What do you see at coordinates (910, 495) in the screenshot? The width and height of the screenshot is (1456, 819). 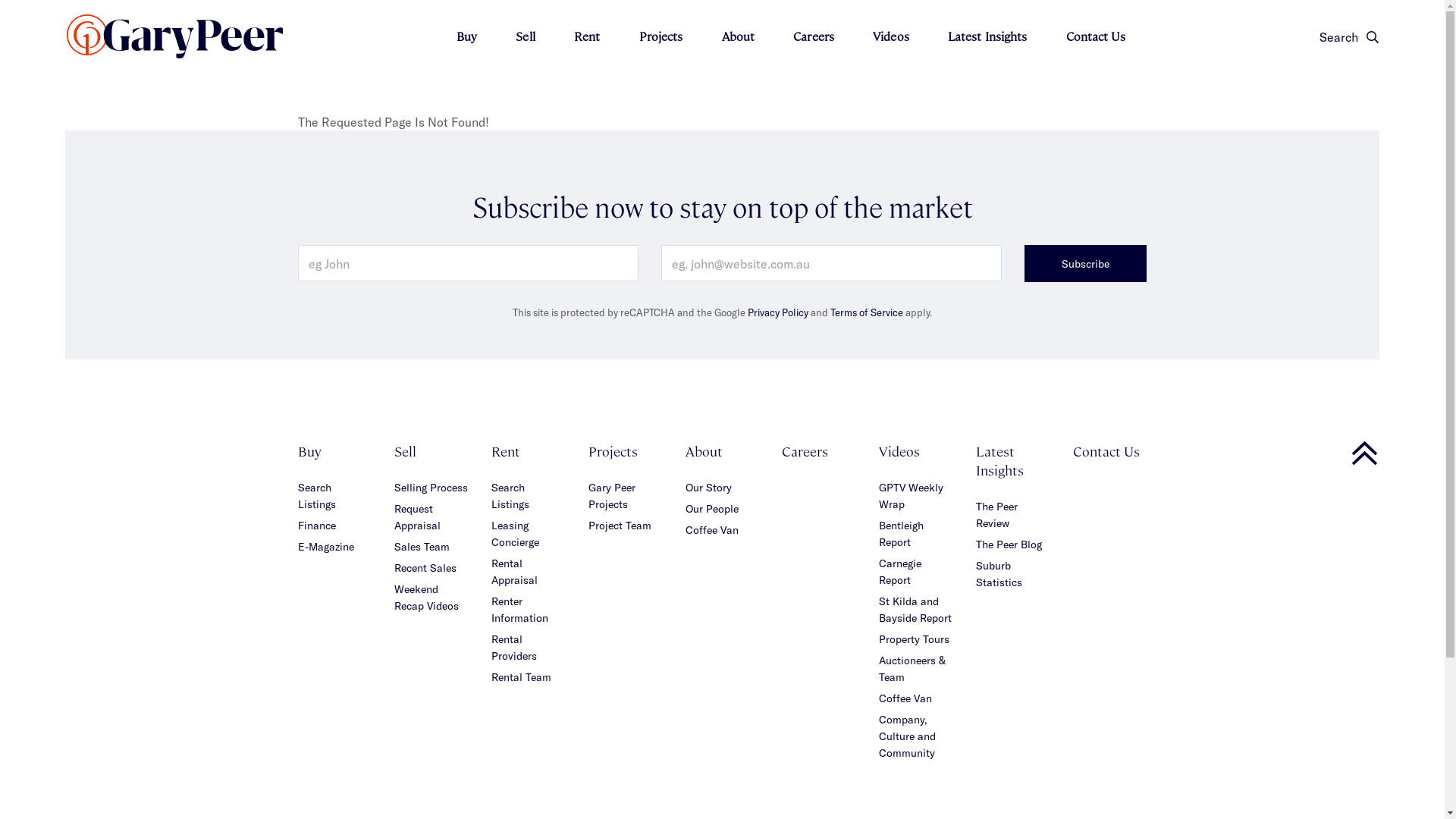 I see `'GPTV Weekly Wrap'` at bounding box center [910, 495].